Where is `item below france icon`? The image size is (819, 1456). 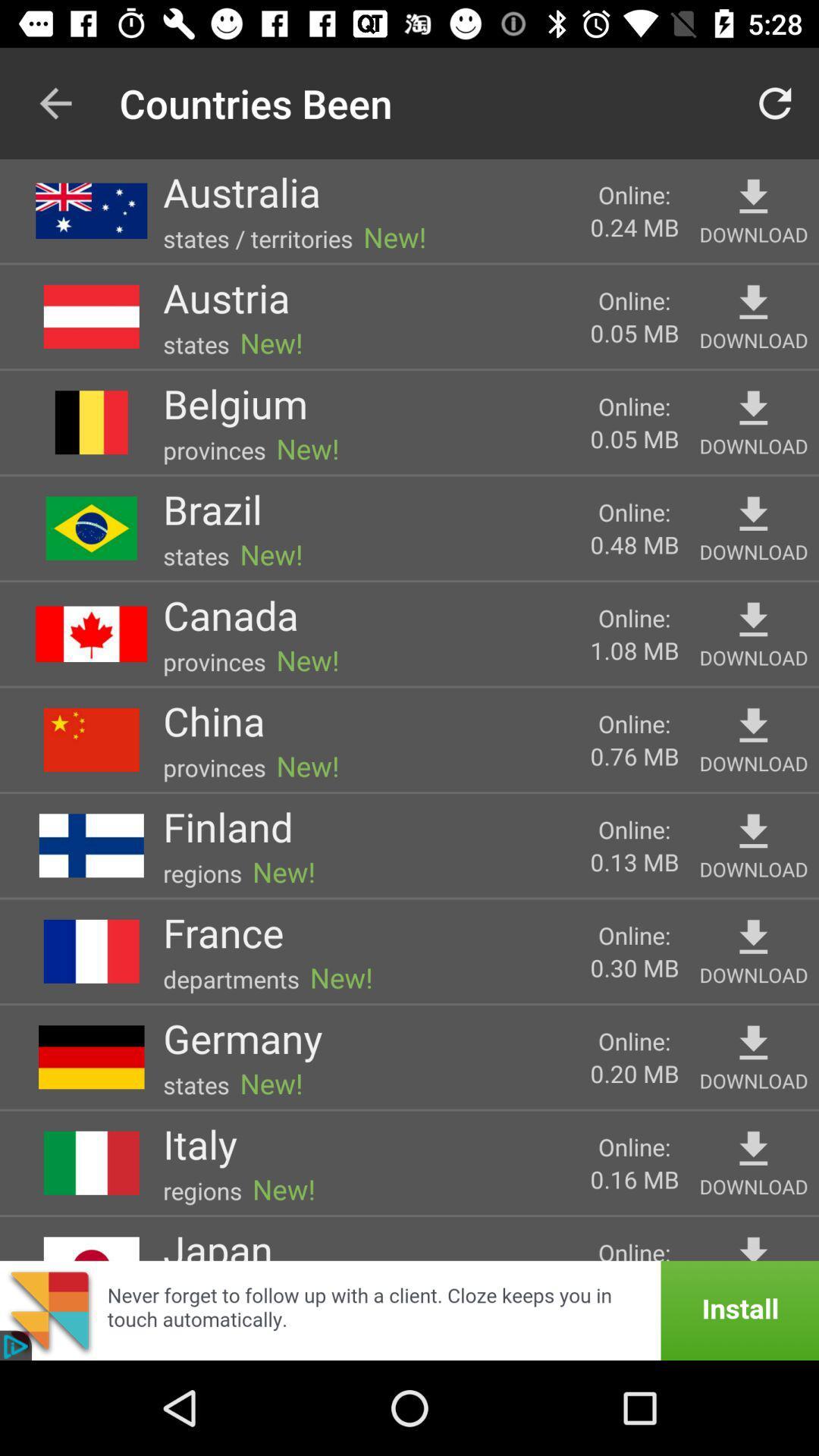
item below france icon is located at coordinates (231, 979).